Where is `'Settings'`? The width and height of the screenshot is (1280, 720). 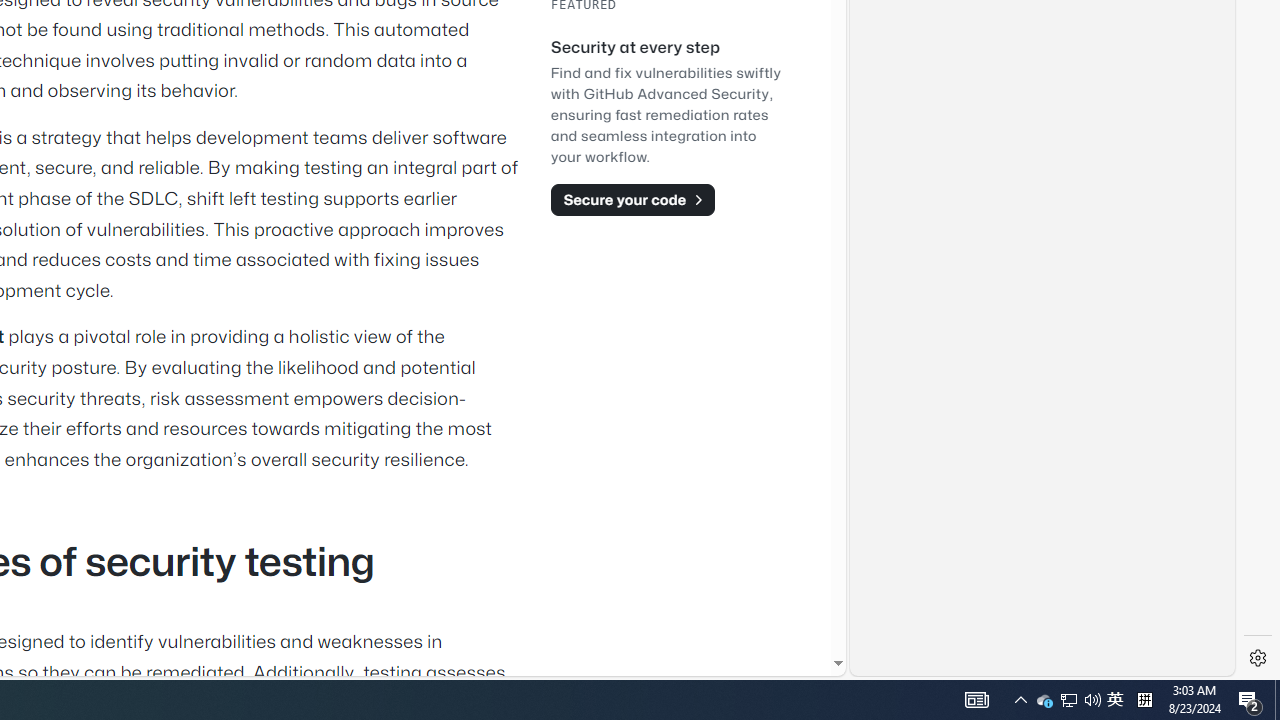
'Settings' is located at coordinates (1257, 658).